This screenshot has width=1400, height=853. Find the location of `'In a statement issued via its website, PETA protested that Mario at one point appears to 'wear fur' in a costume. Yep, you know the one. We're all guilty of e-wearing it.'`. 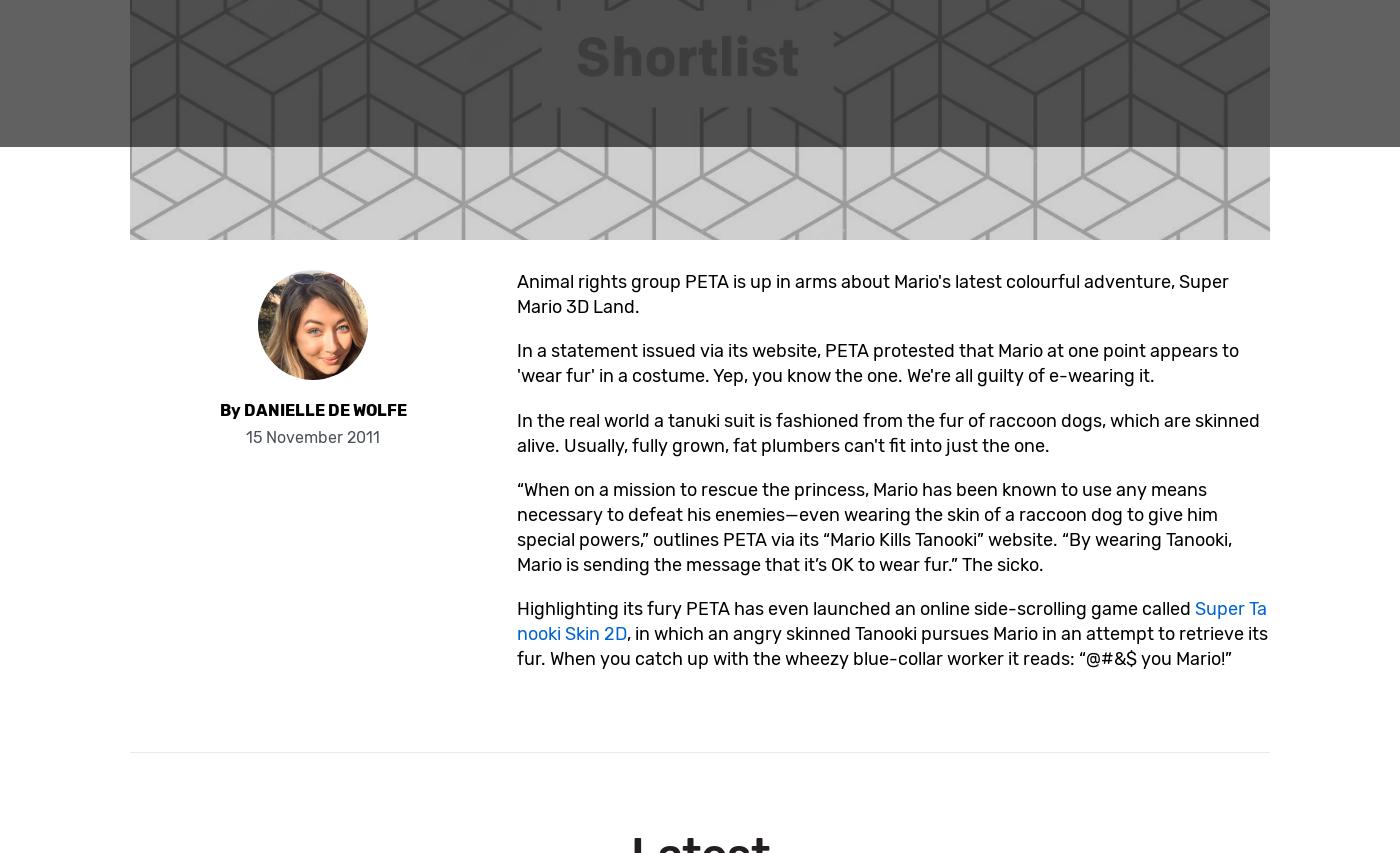

'In a statement issued via its website, PETA protested that Mario at one point appears to 'wear fur' in a costume. Yep, you know the one. We're all guilty of e-wearing it.' is located at coordinates (875, 363).